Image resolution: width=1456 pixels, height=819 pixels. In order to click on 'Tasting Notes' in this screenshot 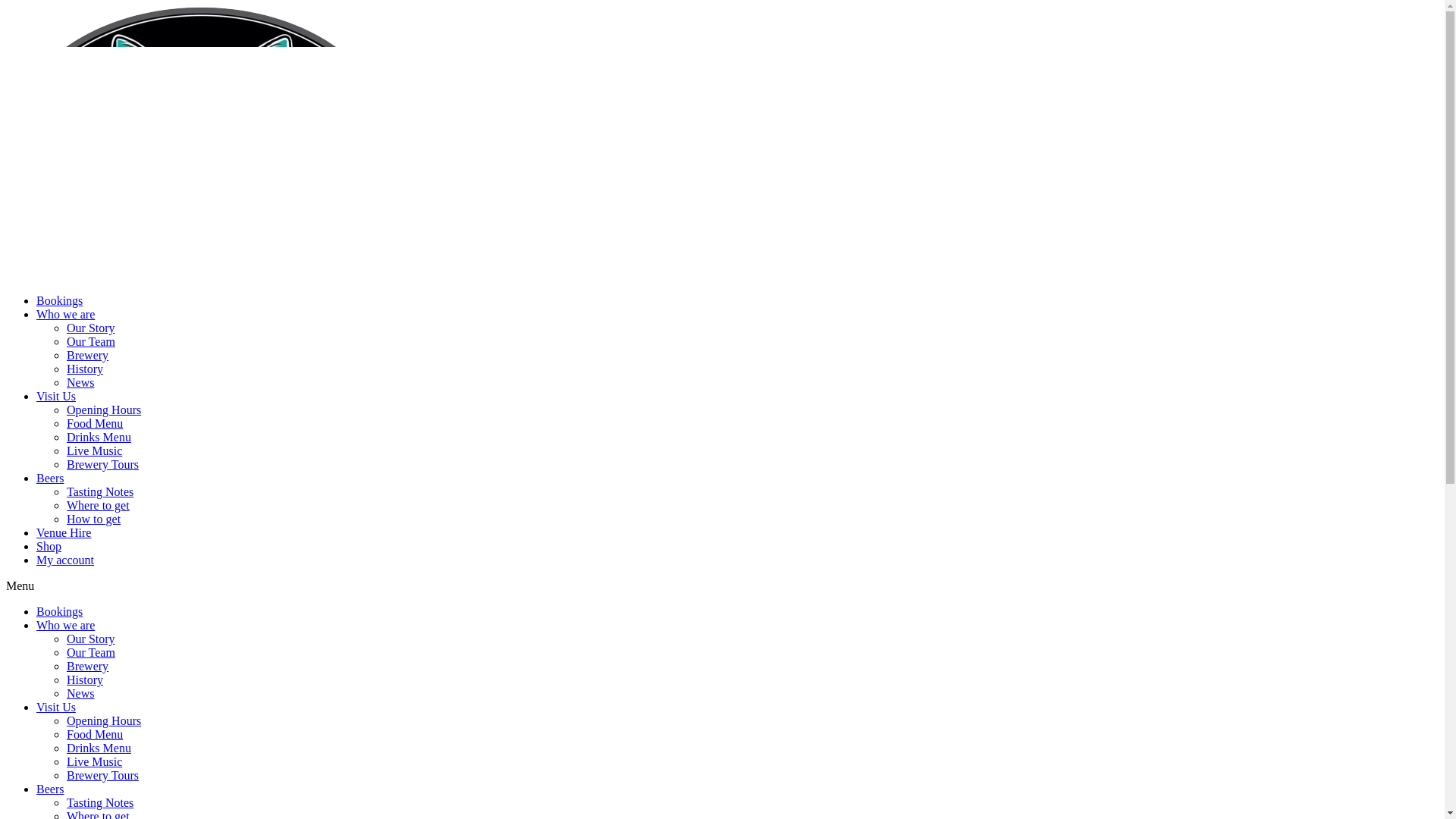, I will do `click(65, 491)`.